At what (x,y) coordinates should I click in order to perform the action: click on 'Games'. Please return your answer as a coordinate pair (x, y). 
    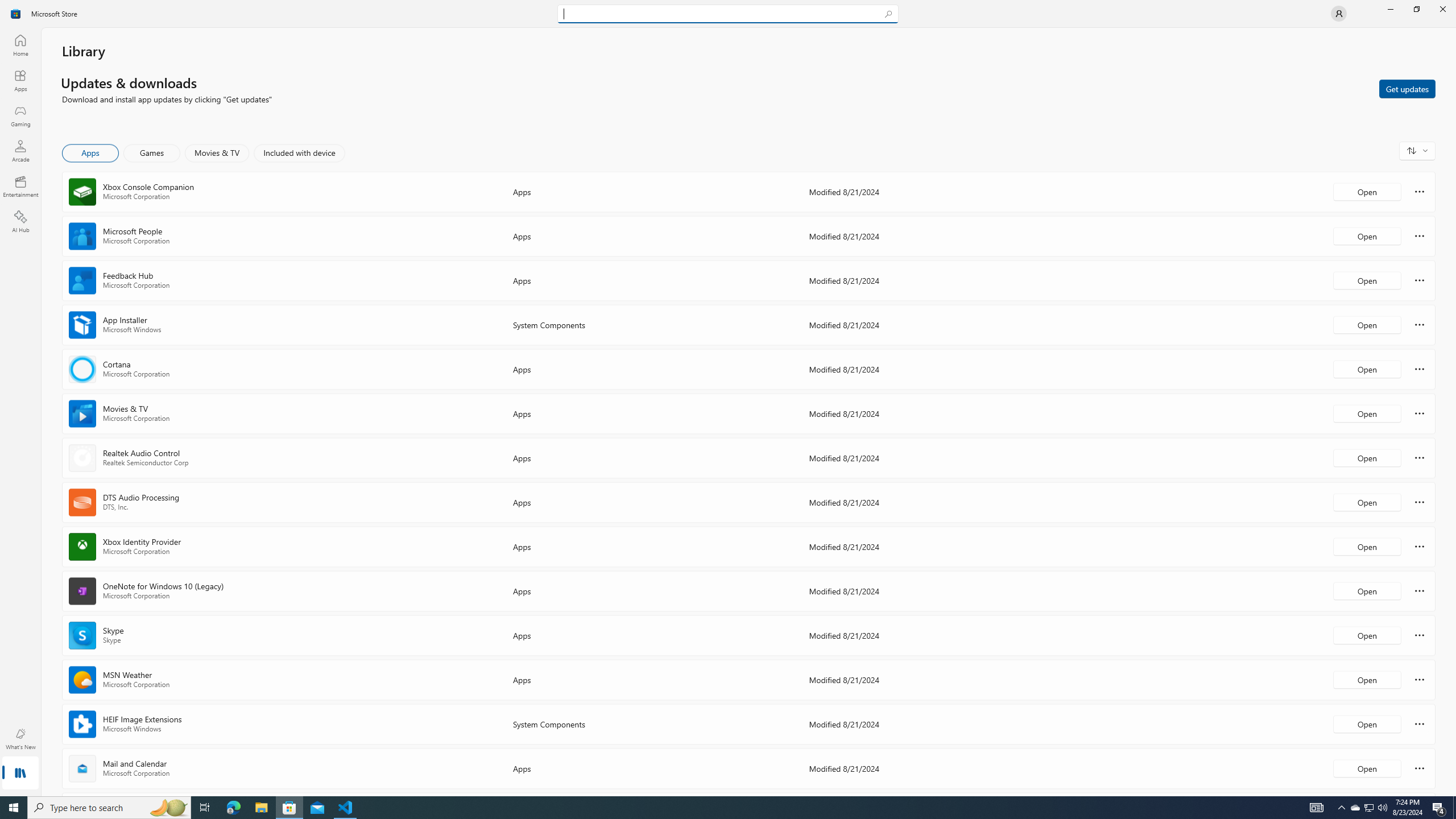
    Looking at the image, I should click on (151, 152).